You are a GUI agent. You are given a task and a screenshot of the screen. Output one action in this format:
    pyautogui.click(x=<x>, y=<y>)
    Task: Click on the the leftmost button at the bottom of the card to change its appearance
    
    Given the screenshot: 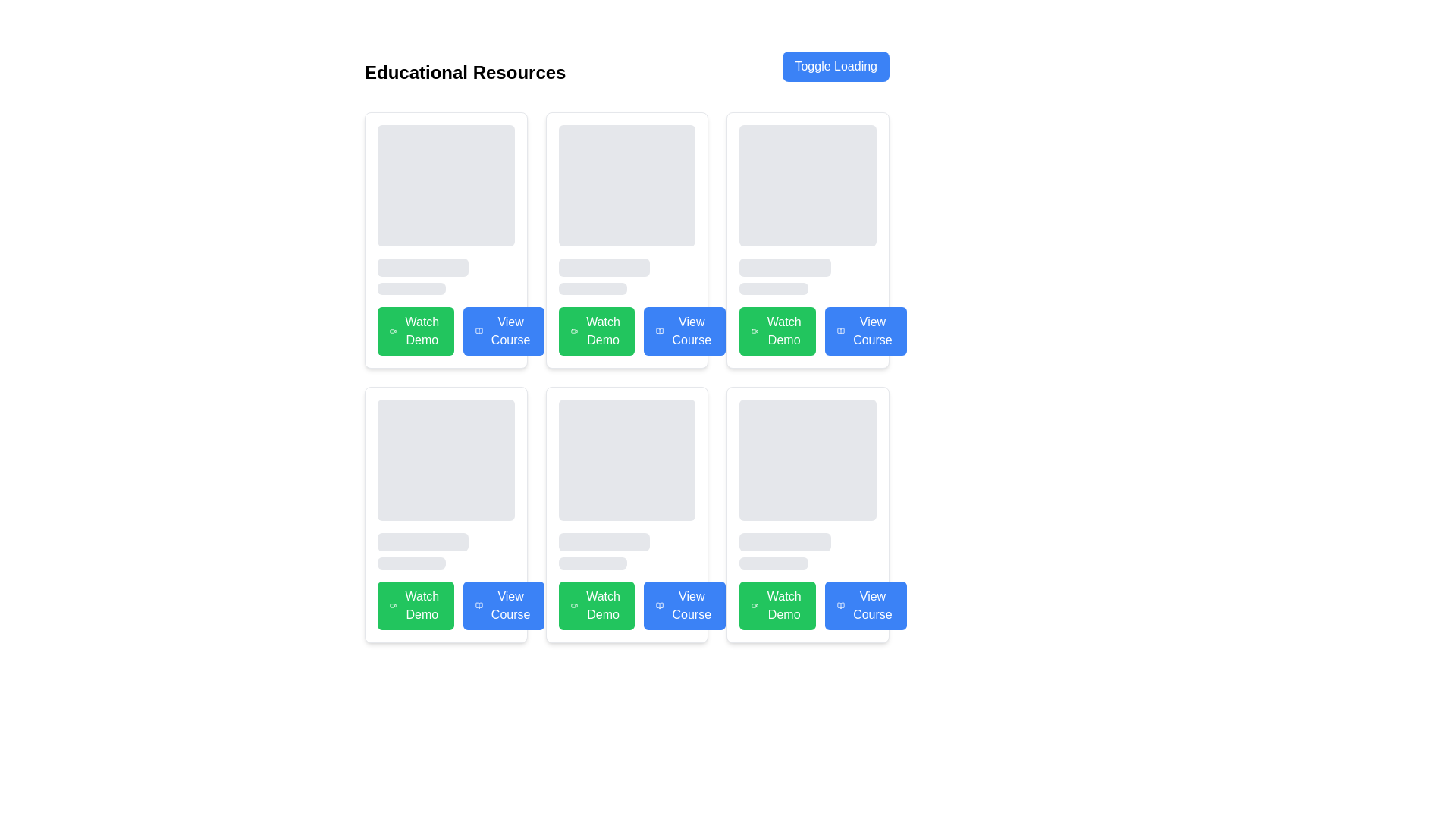 What is the action you would take?
    pyautogui.click(x=807, y=604)
    